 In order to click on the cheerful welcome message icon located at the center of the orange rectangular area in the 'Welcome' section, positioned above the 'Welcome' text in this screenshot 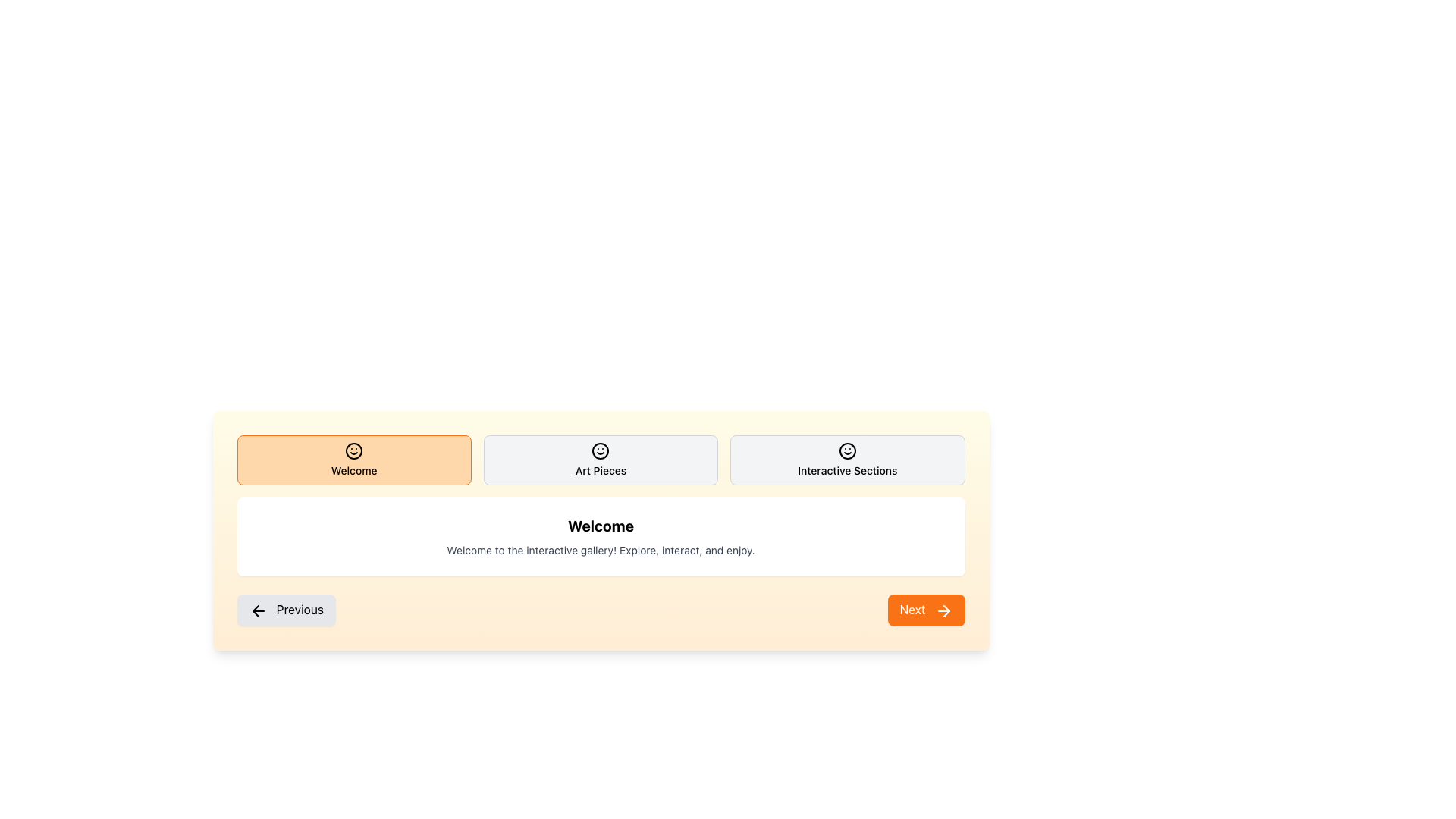, I will do `click(353, 450)`.